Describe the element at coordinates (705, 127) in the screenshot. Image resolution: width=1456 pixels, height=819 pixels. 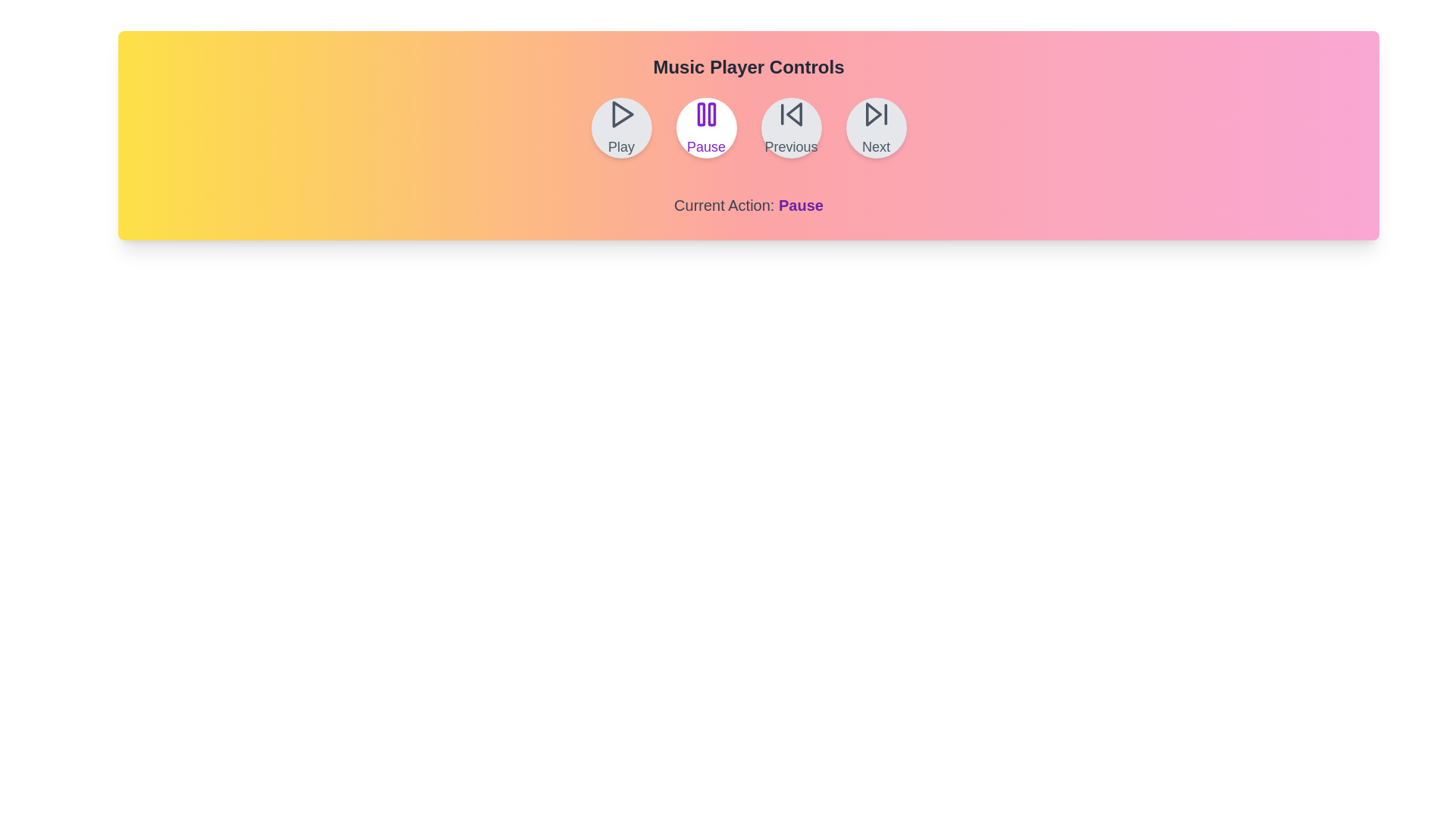
I see `the Pause button to observe its hover effect` at that location.